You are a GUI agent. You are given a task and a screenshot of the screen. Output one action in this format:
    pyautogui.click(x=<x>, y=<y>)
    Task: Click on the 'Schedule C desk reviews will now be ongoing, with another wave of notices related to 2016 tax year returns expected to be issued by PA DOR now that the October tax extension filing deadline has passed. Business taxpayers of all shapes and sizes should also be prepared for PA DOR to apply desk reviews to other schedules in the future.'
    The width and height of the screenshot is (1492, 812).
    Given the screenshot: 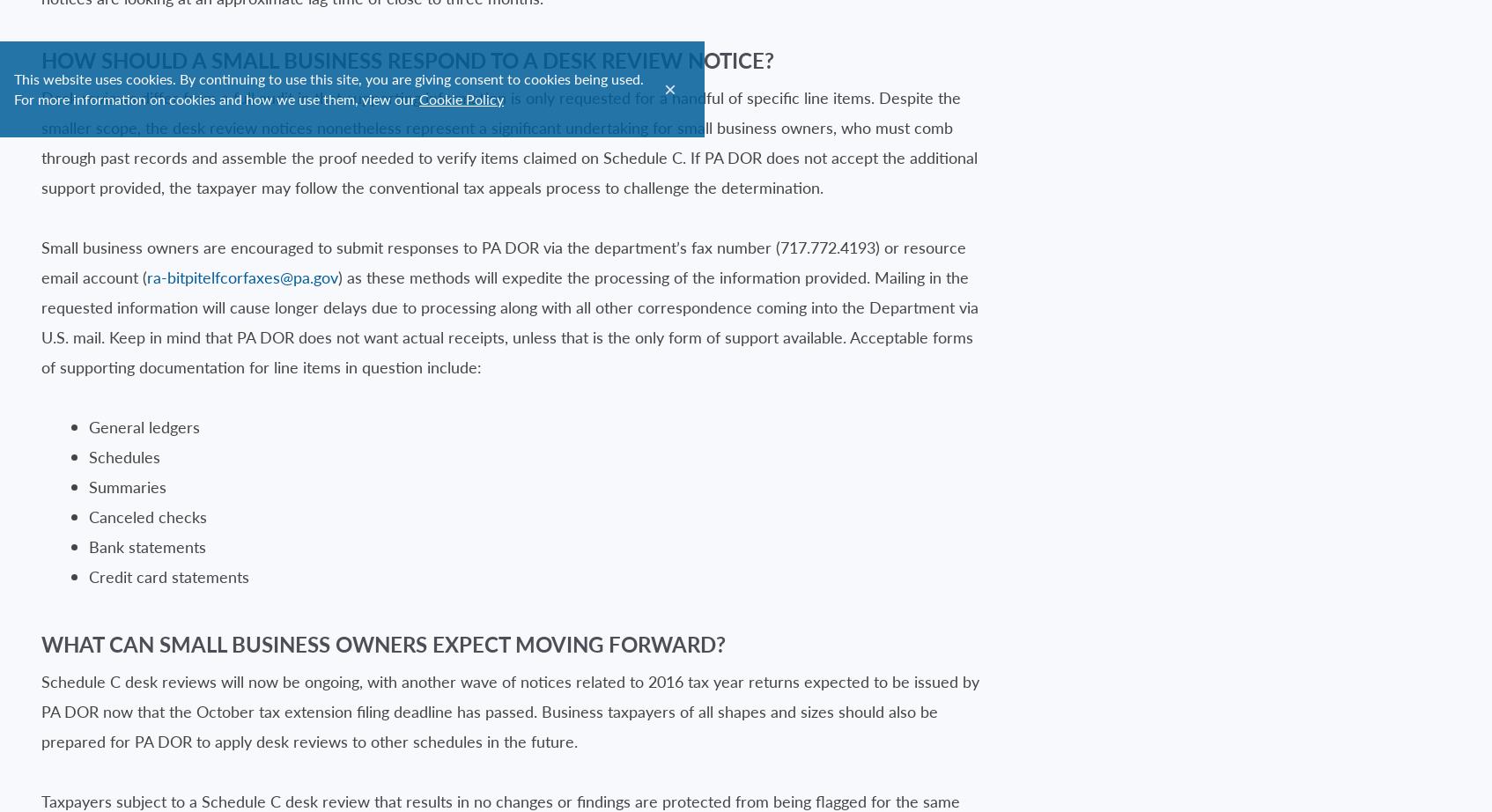 What is the action you would take?
    pyautogui.click(x=510, y=709)
    